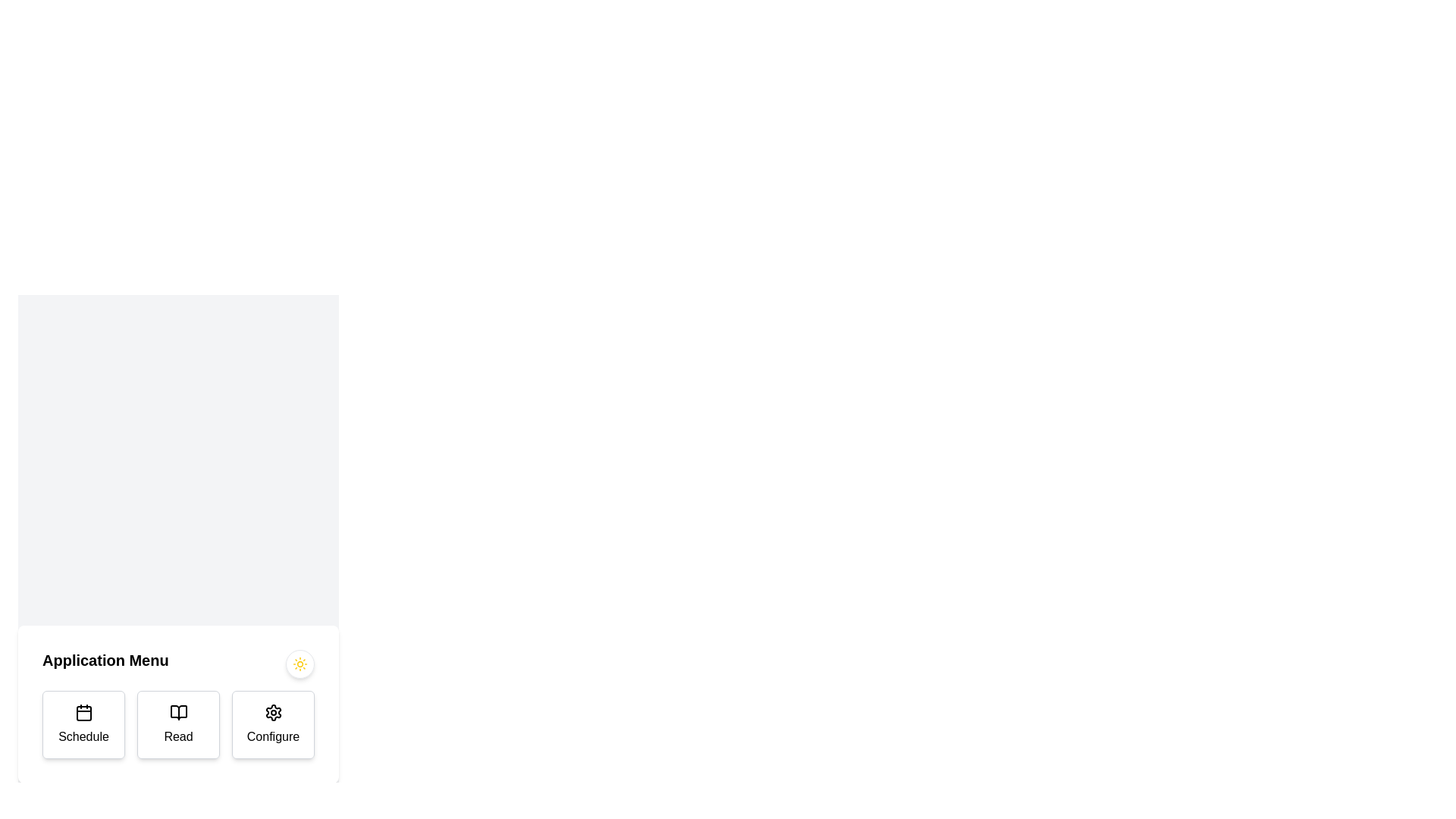 The height and width of the screenshot is (819, 1456). Describe the element at coordinates (273, 724) in the screenshot. I see `the 'Configure' button, which is the third button in the horizontal grid at the bottom of the interface` at that location.